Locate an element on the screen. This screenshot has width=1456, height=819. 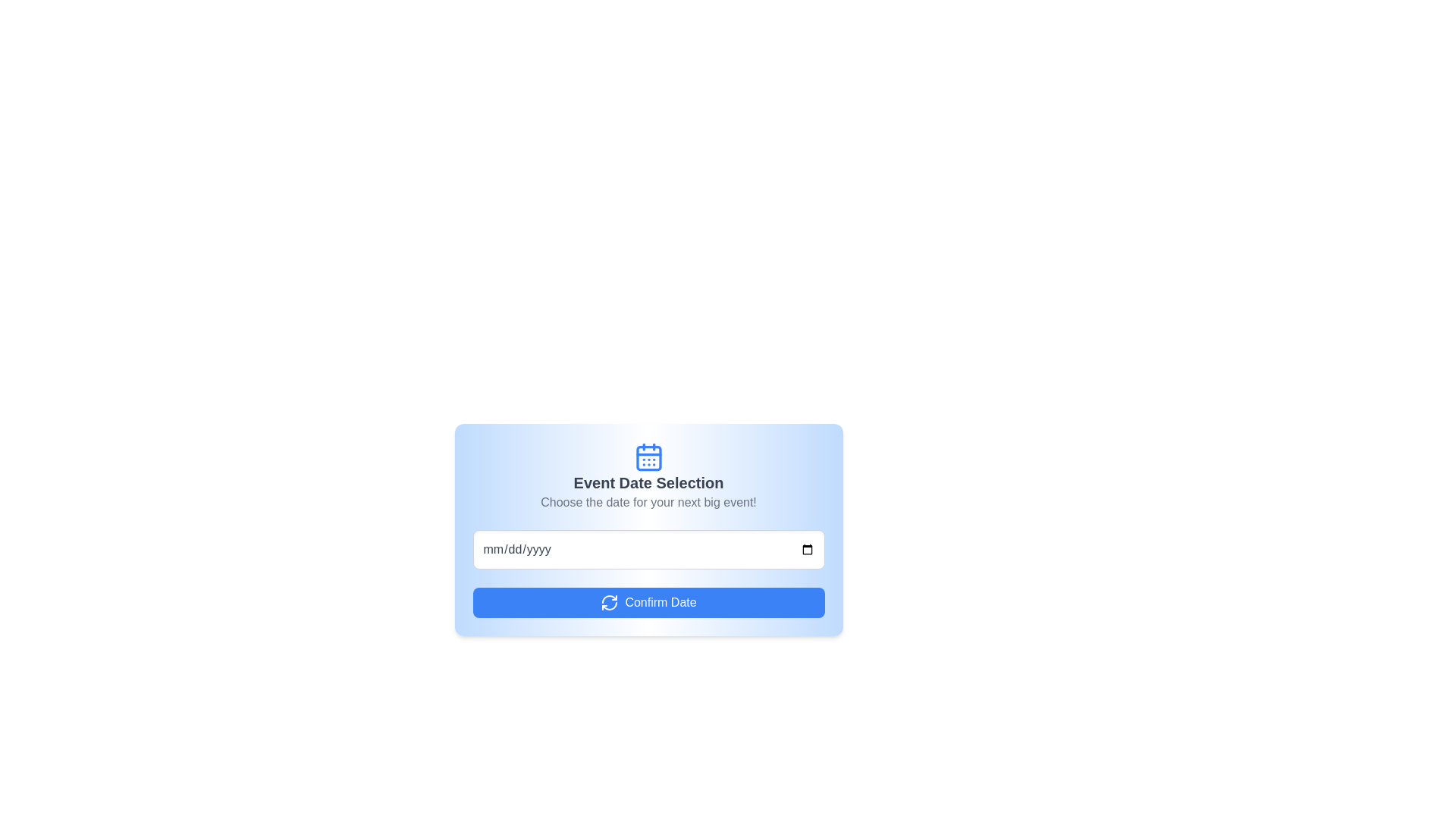
the 'Confirm Date' button, which is a horizontally stretched blue button with rounded corners and white text, to observe its hover effects is located at coordinates (648, 601).